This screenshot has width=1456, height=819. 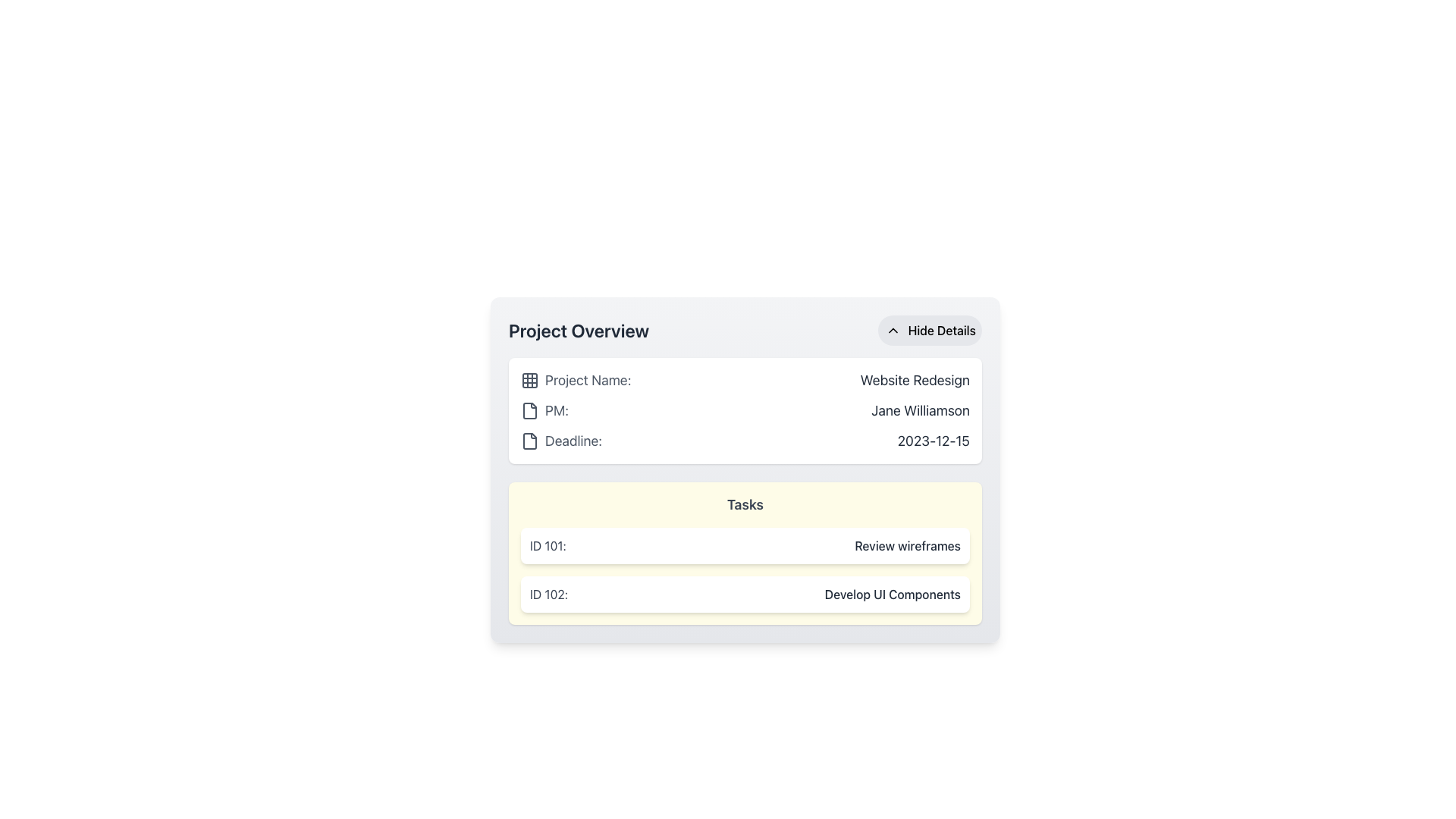 I want to click on the text label displaying 'Deadline:' which is positioned before the date '2023-12-15' in the project details section, so click(x=560, y=441).